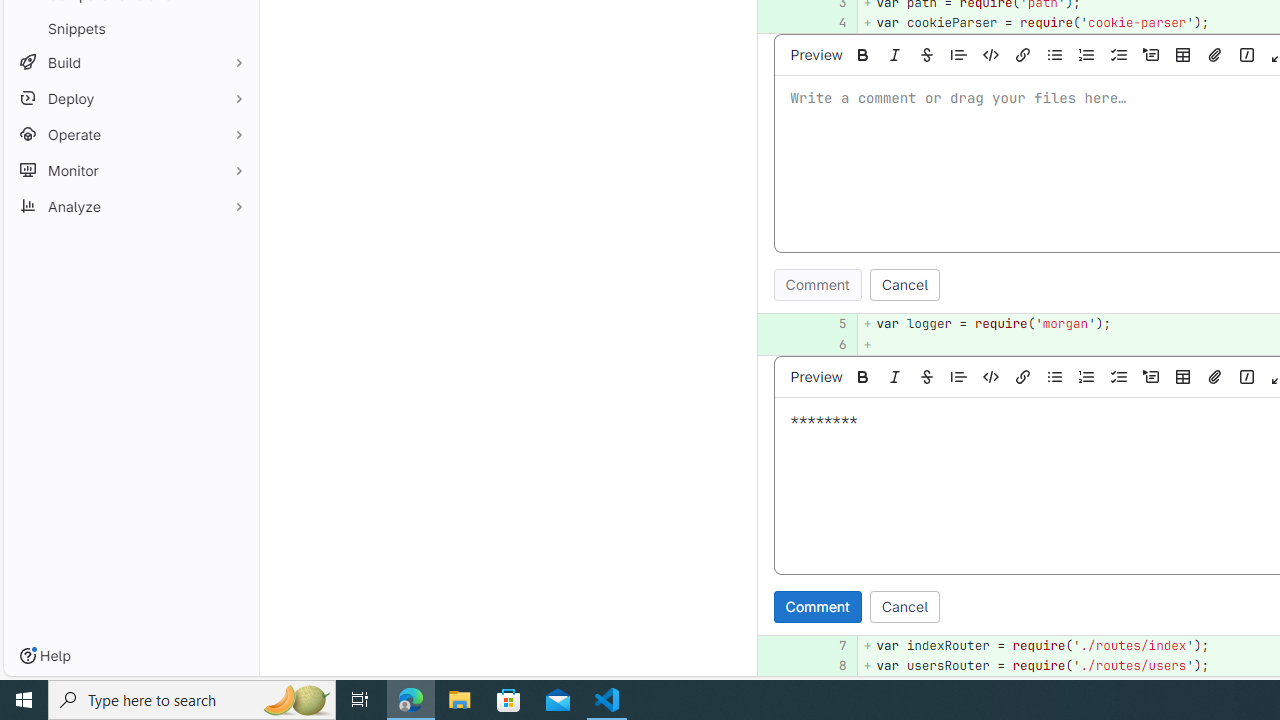 The width and height of the screenshot is (1280, 720). What do you see at coordinates (1118, 376) in the screenshot?
I see `'Add a checklist'` at bounding box center [1118, 376].